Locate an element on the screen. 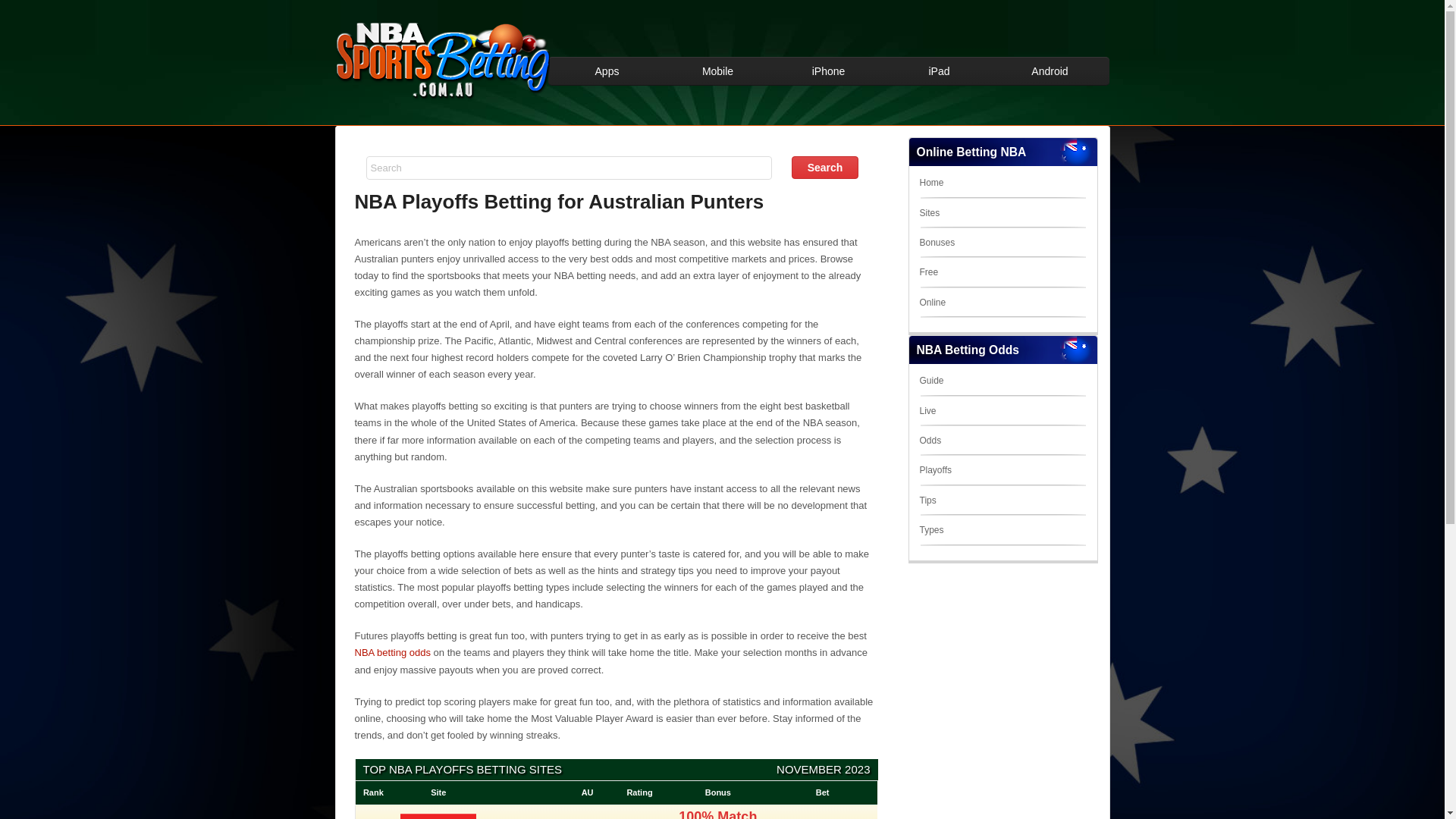 Image resolution: width=1456 pixels, height=819 pixels. 'Search' is located at coordinates (824, 167).